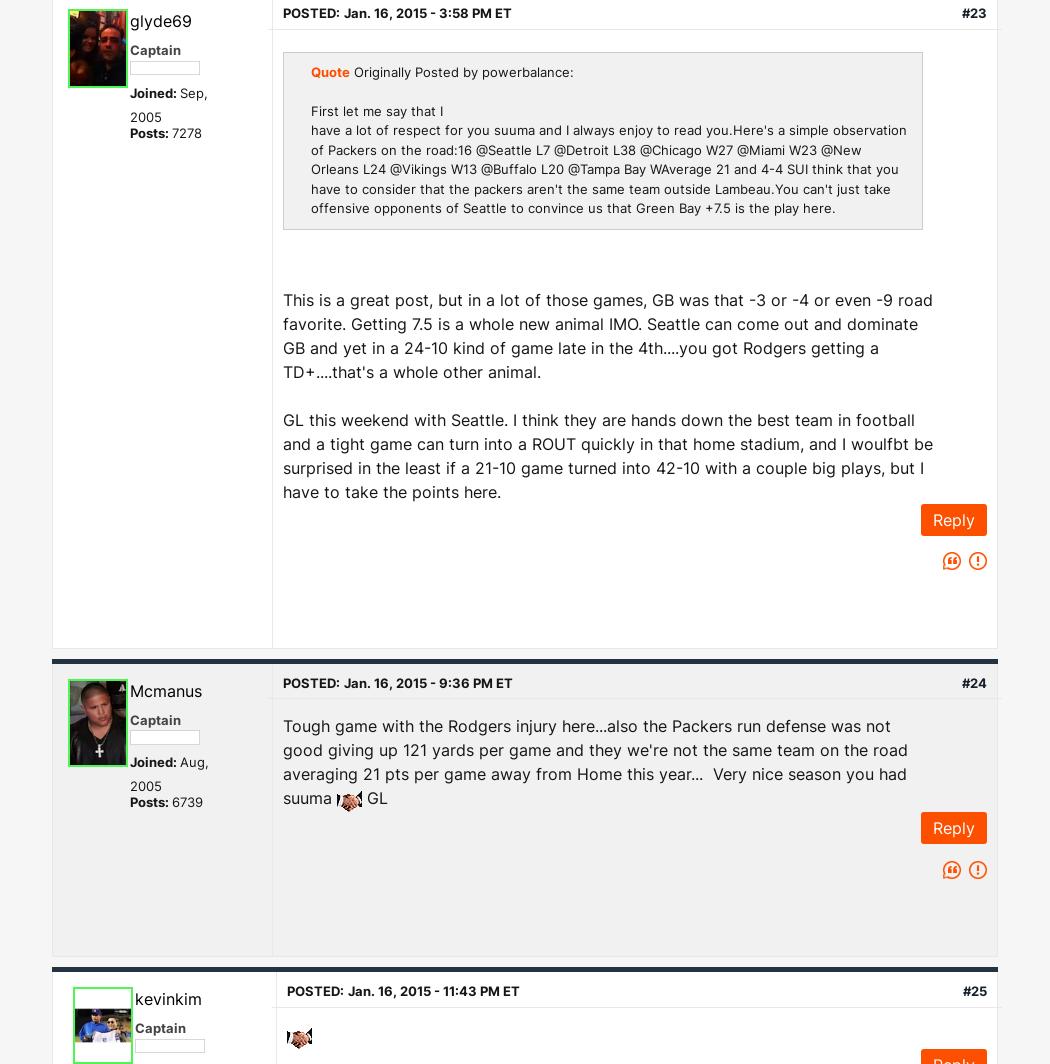 The height and width of the screenshot is (1064, 1050). I want to click on 'First let me say that I', so click(376, 110).